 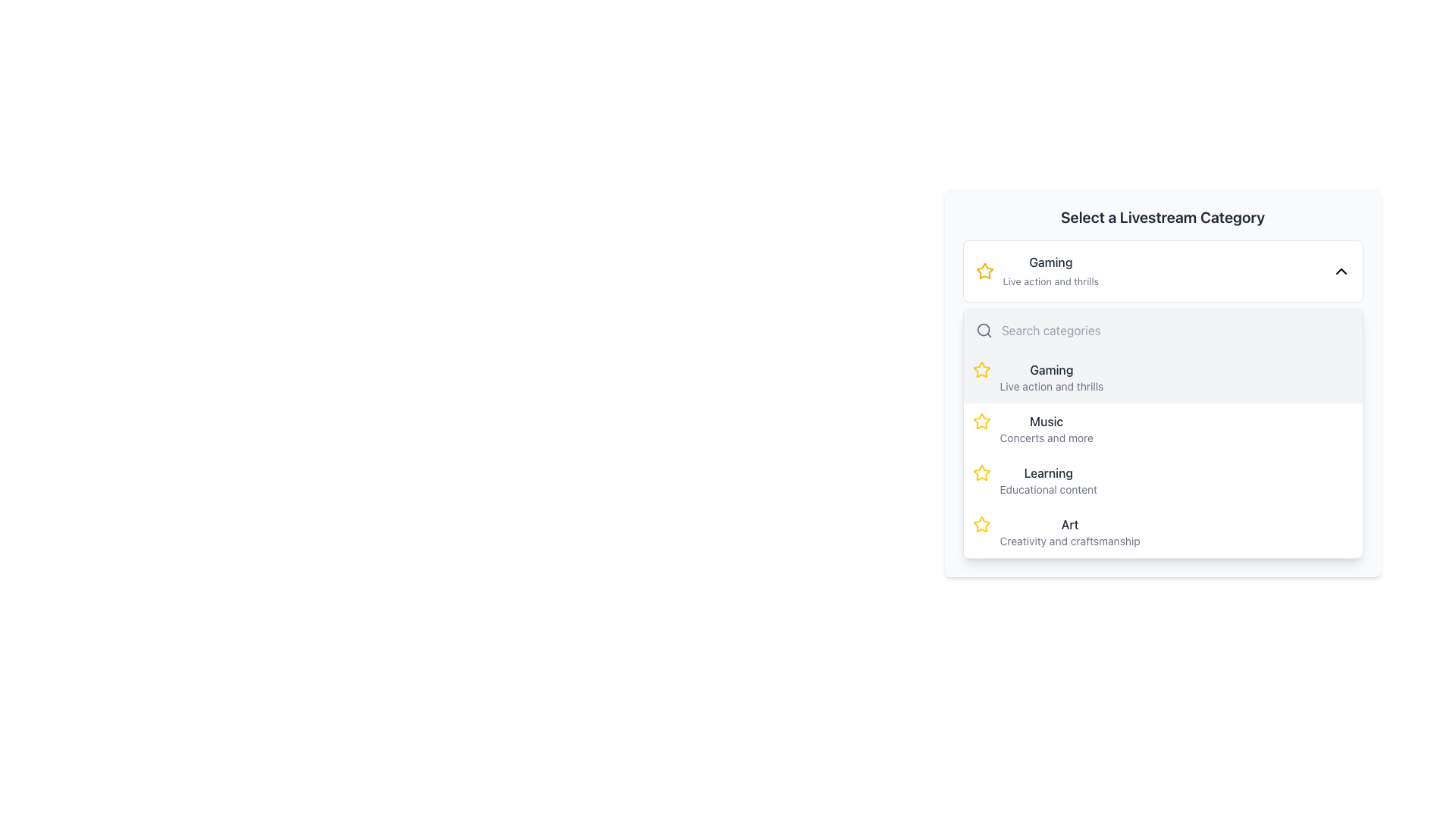 I want to click on text from the Text Label displaying the category title 'Learning', which is located above 'Art' and below 'Music' in the selection system for livestream categories, so click(x=1047, y=472).